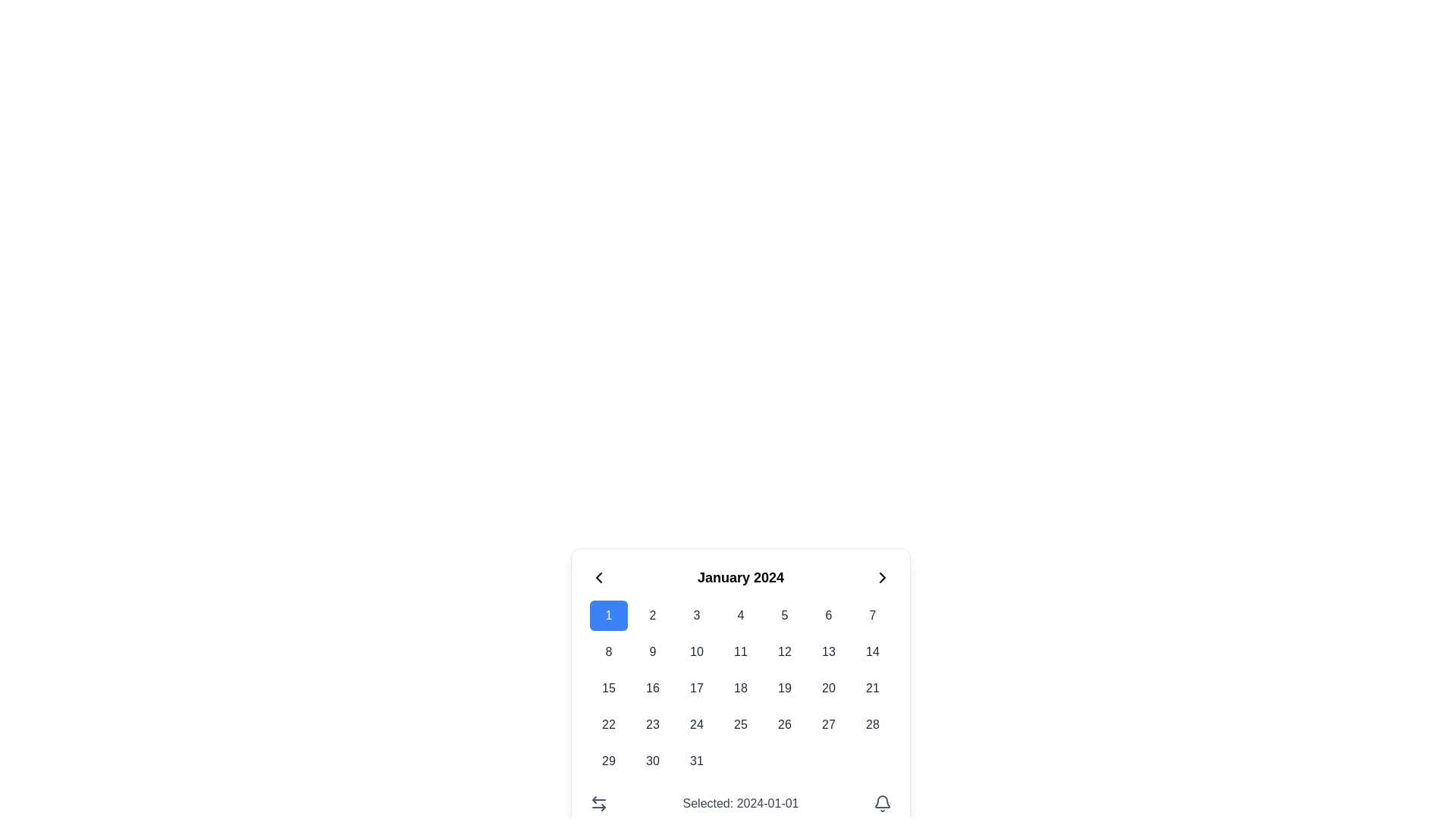 The image size is (1456, 819). I want to click on the icon located on the top-right corner of the calendar interface to advance the displayed calendar view to the next month, so click(882, 578).